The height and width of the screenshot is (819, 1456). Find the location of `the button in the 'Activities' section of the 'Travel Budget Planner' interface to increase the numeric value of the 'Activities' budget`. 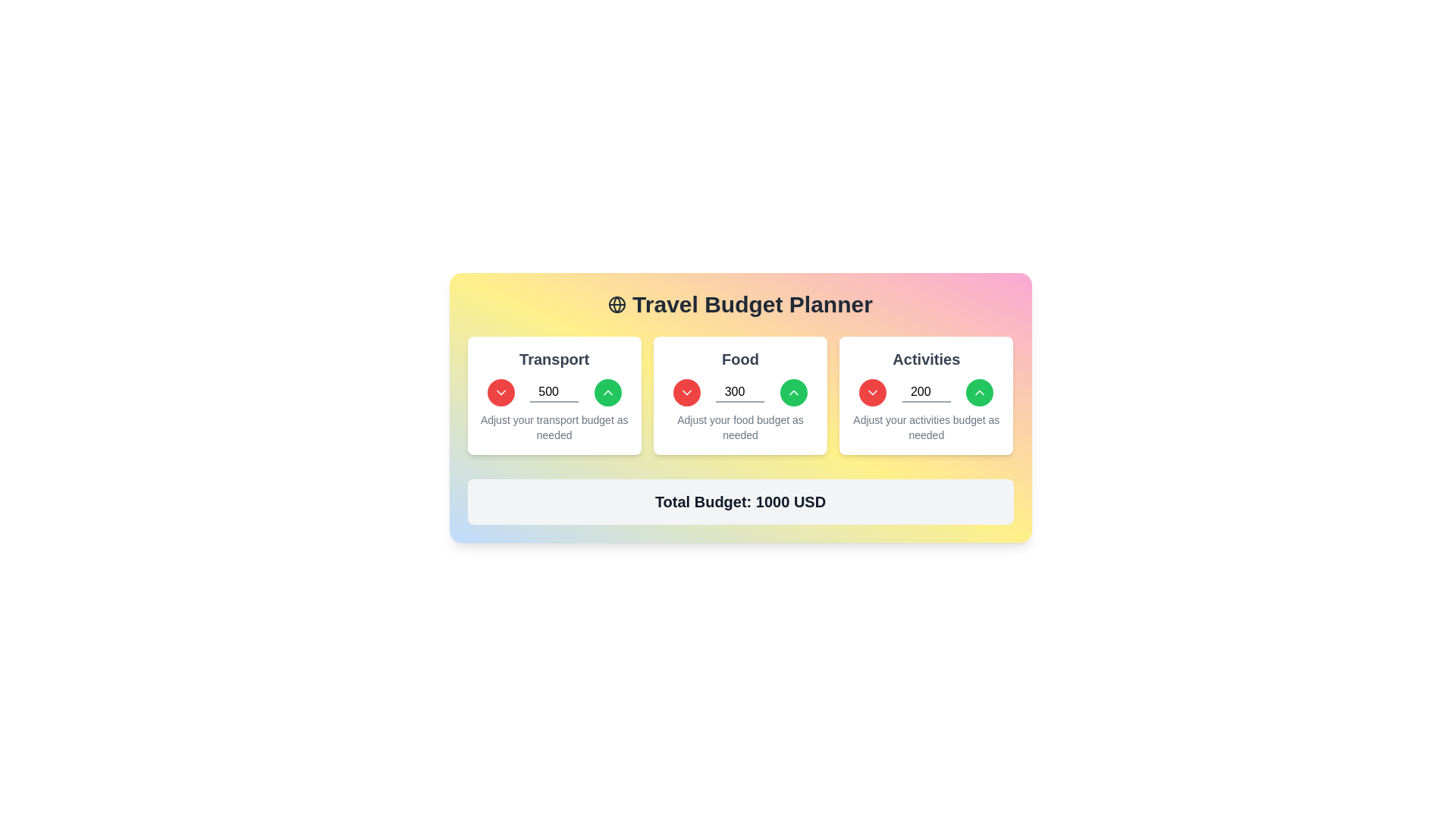

the button in the 'Activities' section of the 'Travel Budget Planner' interface to increase the numeric value of the 'Activities' budget is located at coordinates (980, 391).